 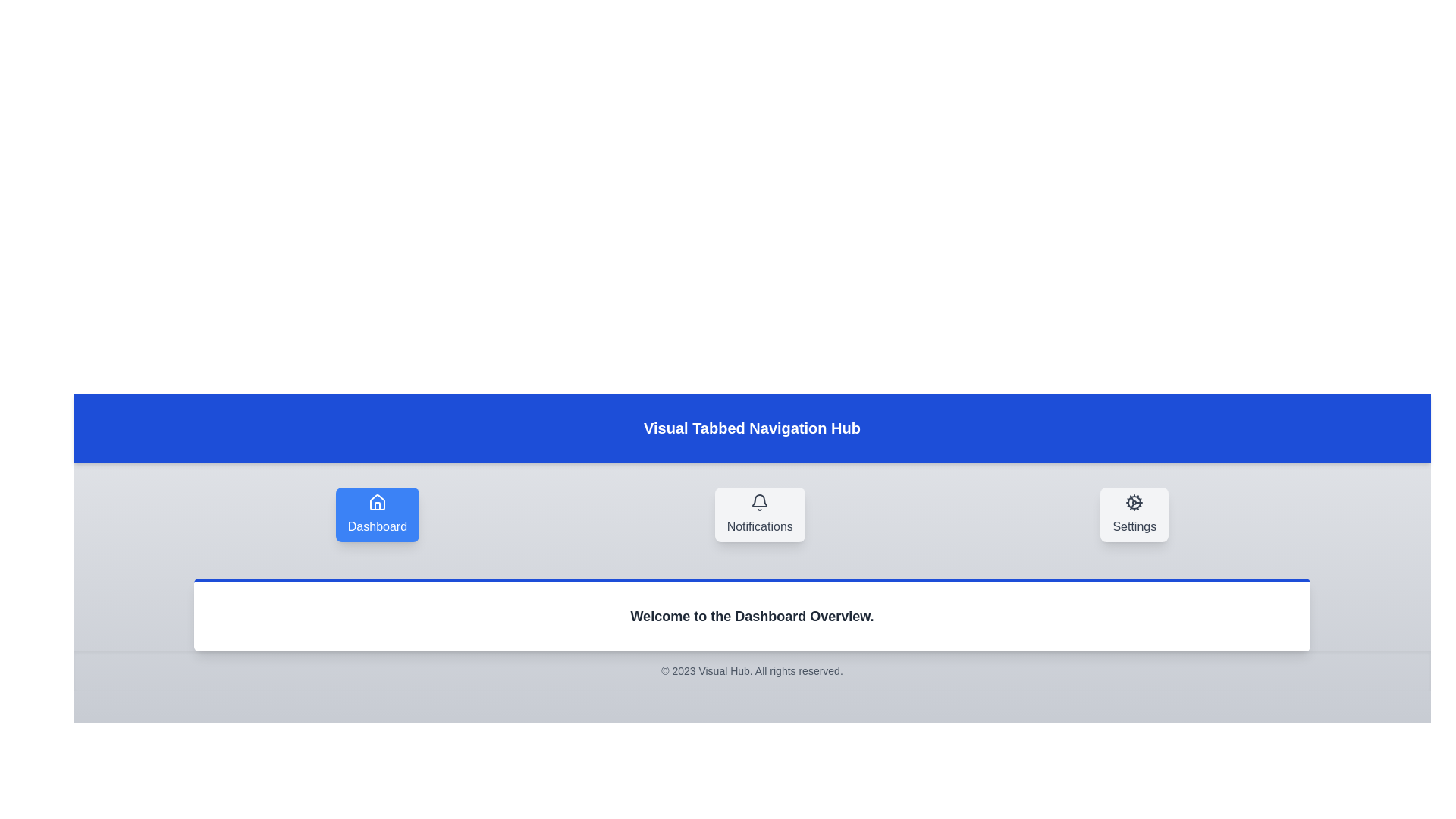 What do you see at coordinates (752, 513) in the screenshot?
I see `the Notifications navigation tab, which is a dropdown tab with a bell icon and light gray background, located in the middle of a 3-tab navigation bar` at bounding box center [752, 513].